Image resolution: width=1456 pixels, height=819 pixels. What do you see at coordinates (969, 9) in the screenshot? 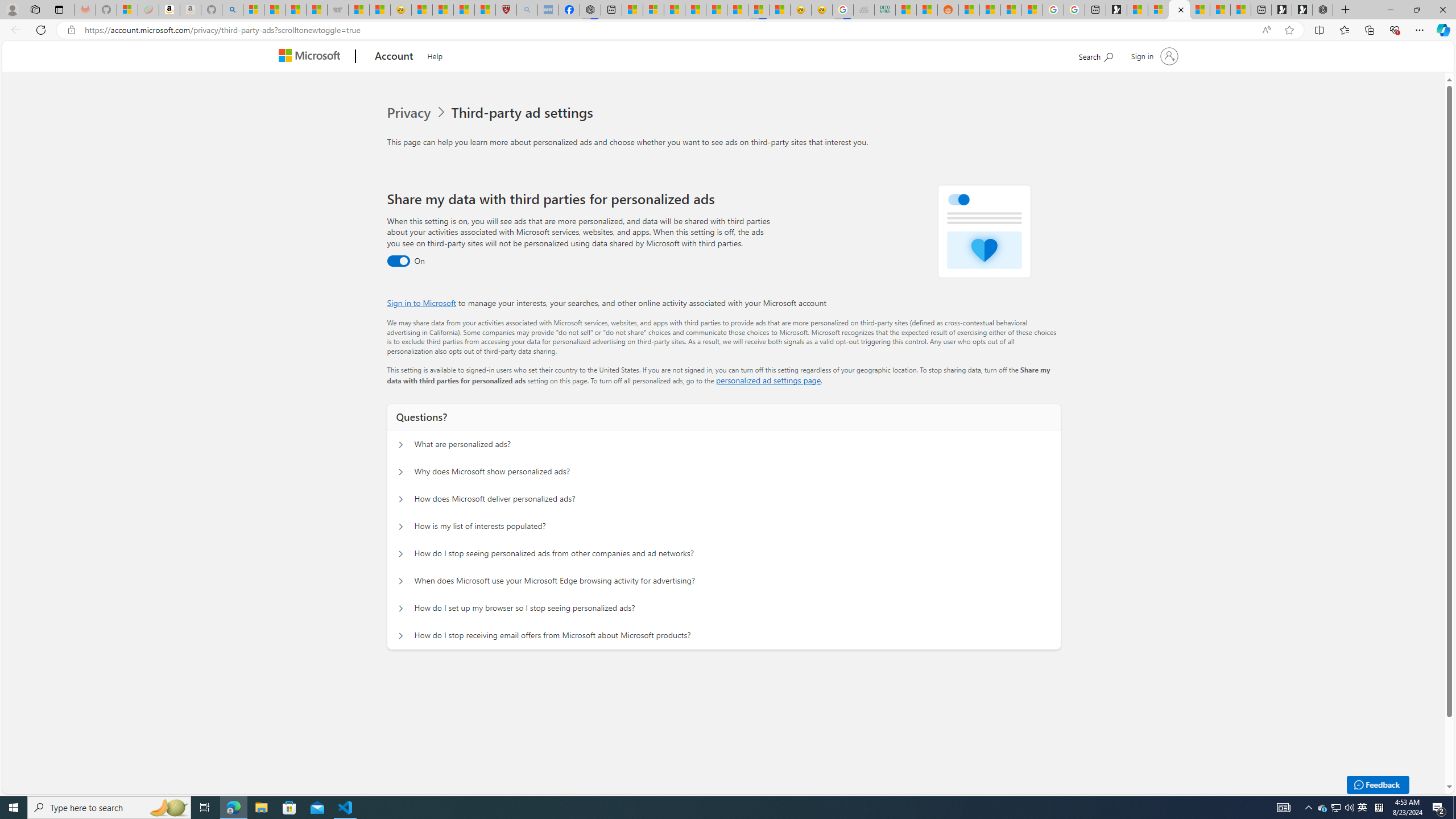
I see `'R******* | Trusted Community Engagement and Contributions'` at bounding box center [969, 9].